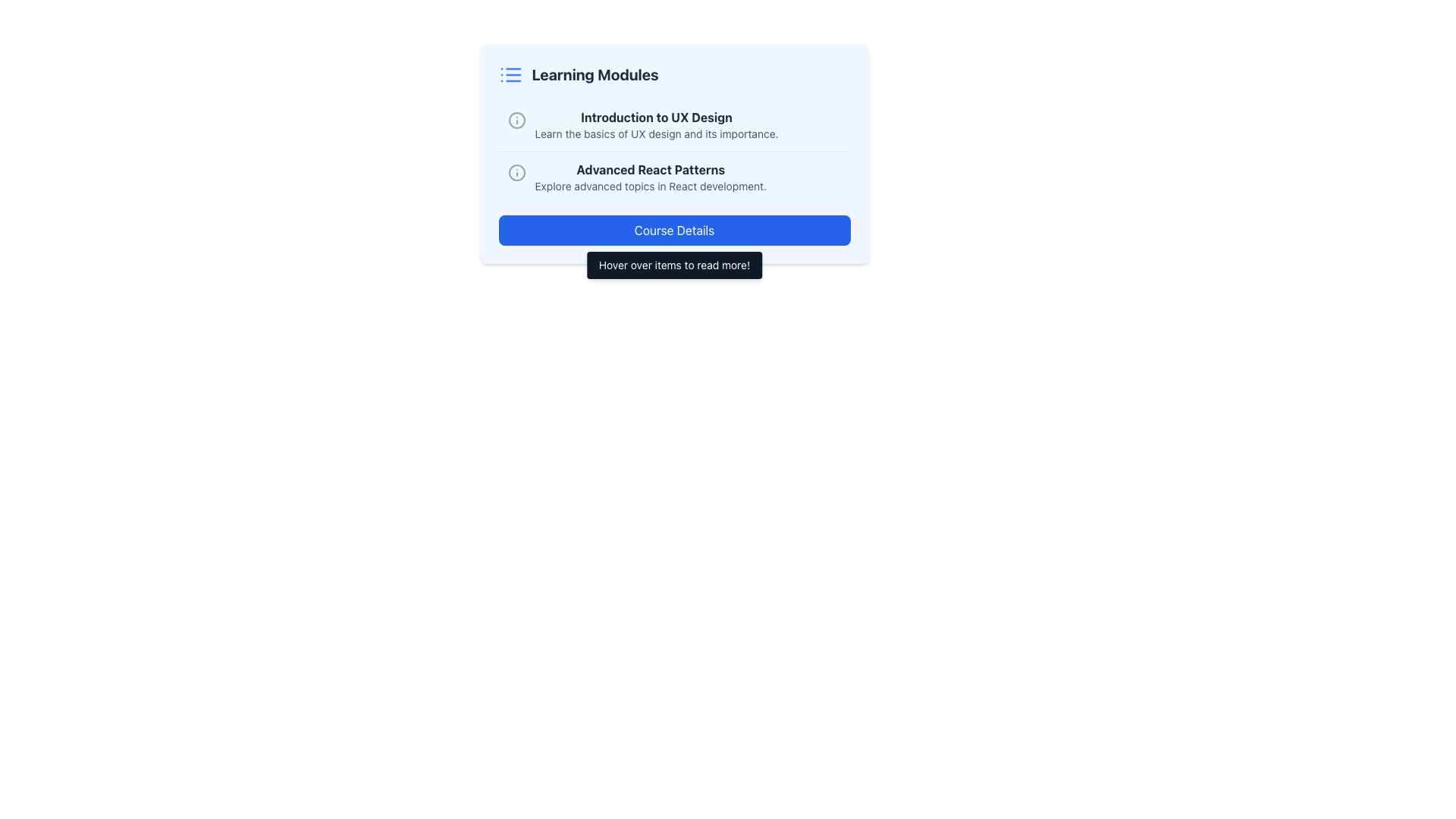 The width and height of the screenshot is (1456, 819). I want to click on the Text block that serves as a title and description for the learning module, located on the right side of the interface, between 'Introduction to UX Design' and the 'Course Details' button, so click(651, 177).